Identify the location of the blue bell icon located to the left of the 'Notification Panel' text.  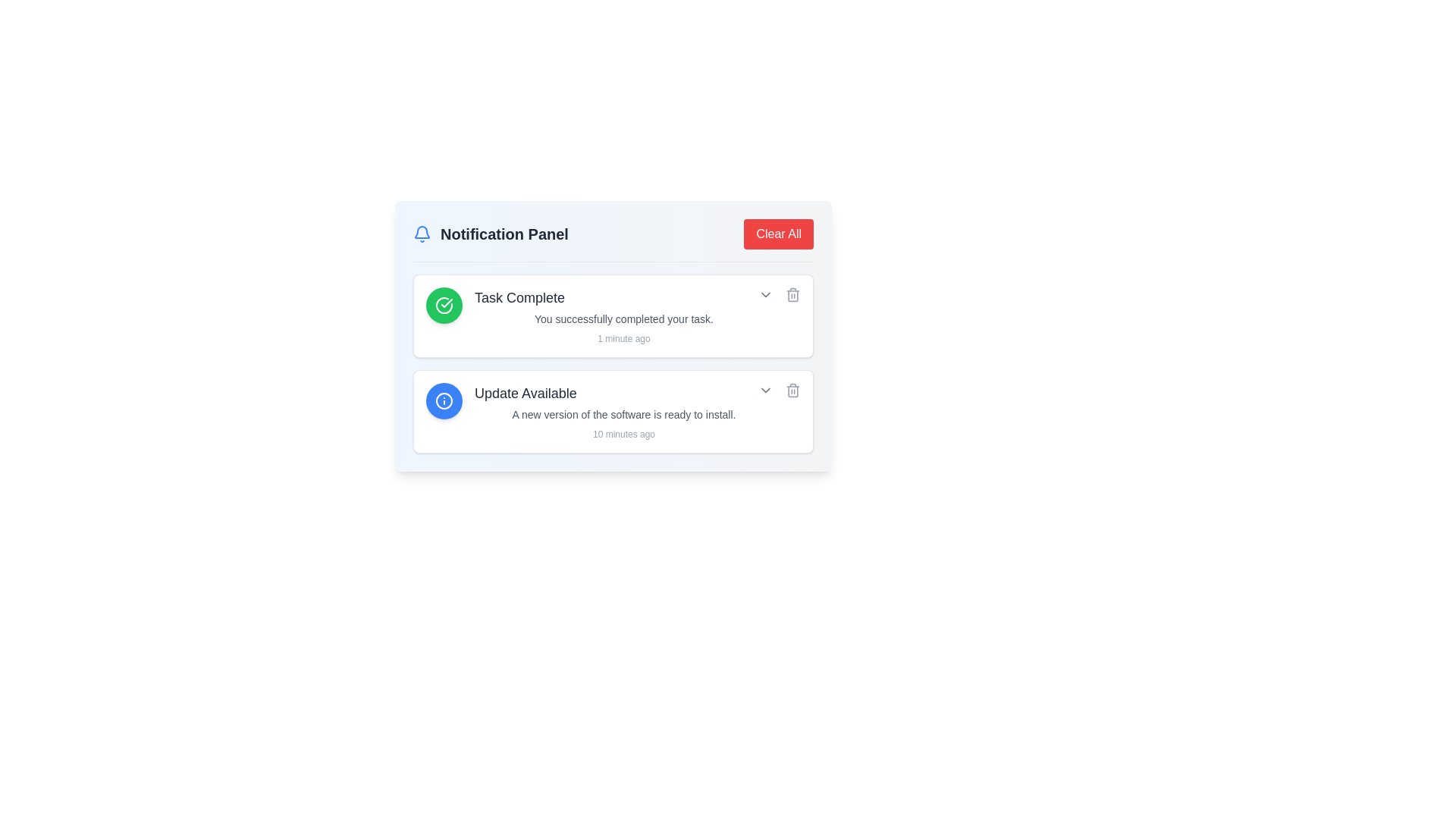
(422, 234).